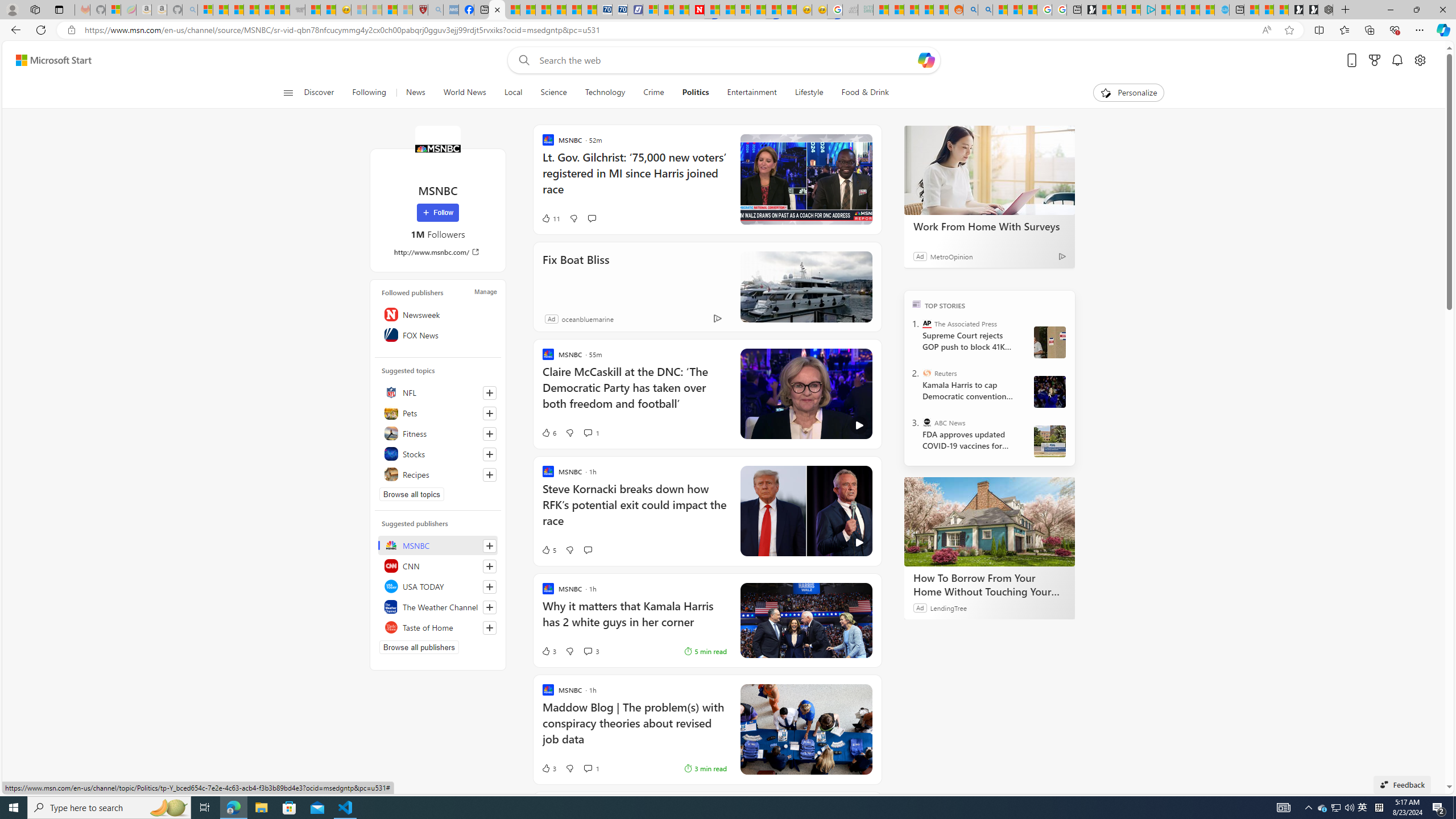 Image resolution: width=1456 pixels, height=819 pixels. Describe the element at coordinates (695, 92) in the screenshot. I see `'Politics'` at that location.